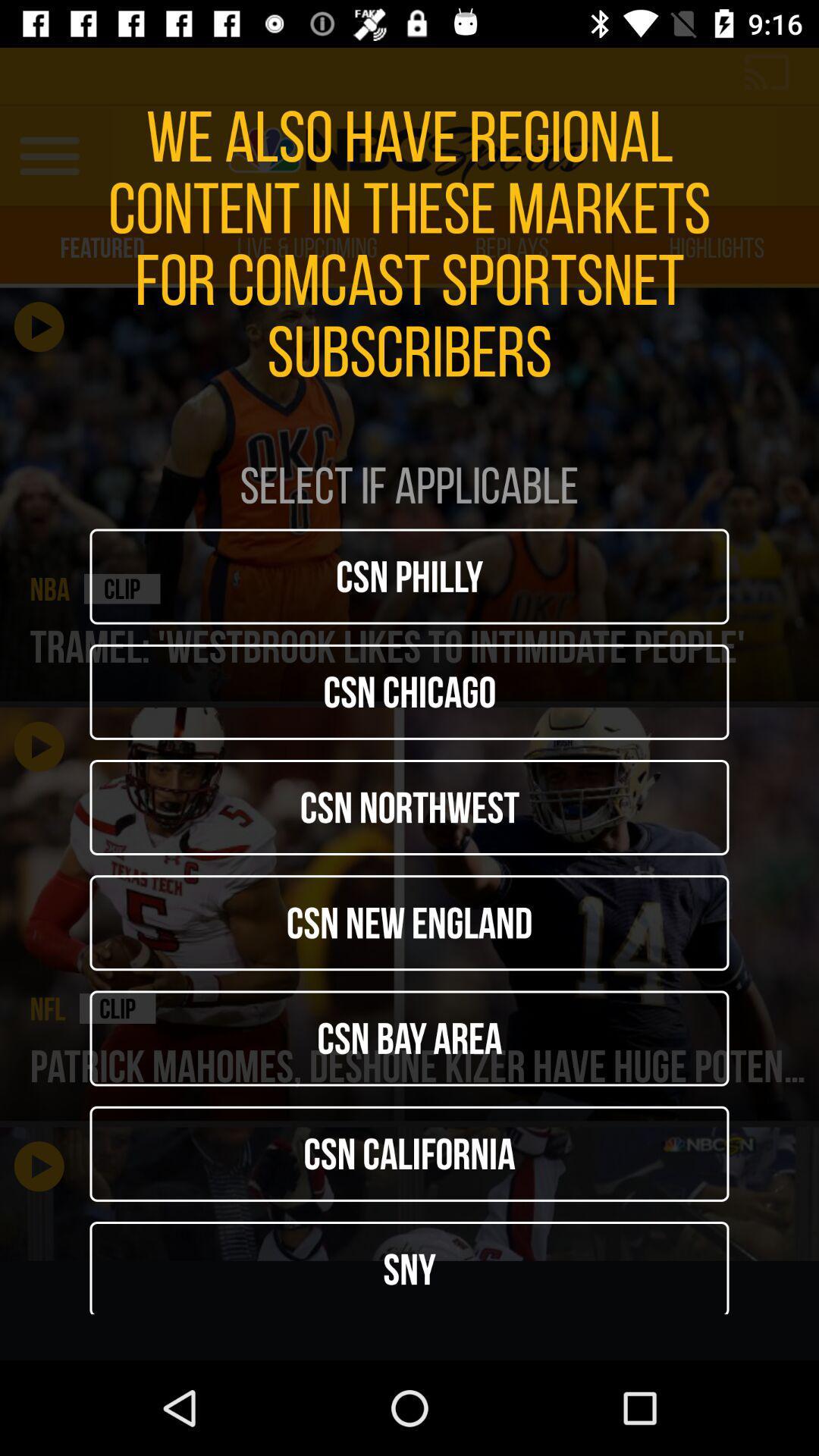 This screenshot has width=819, height=1456. I want to click on the icon below csn california icon, so click(409, 1268).